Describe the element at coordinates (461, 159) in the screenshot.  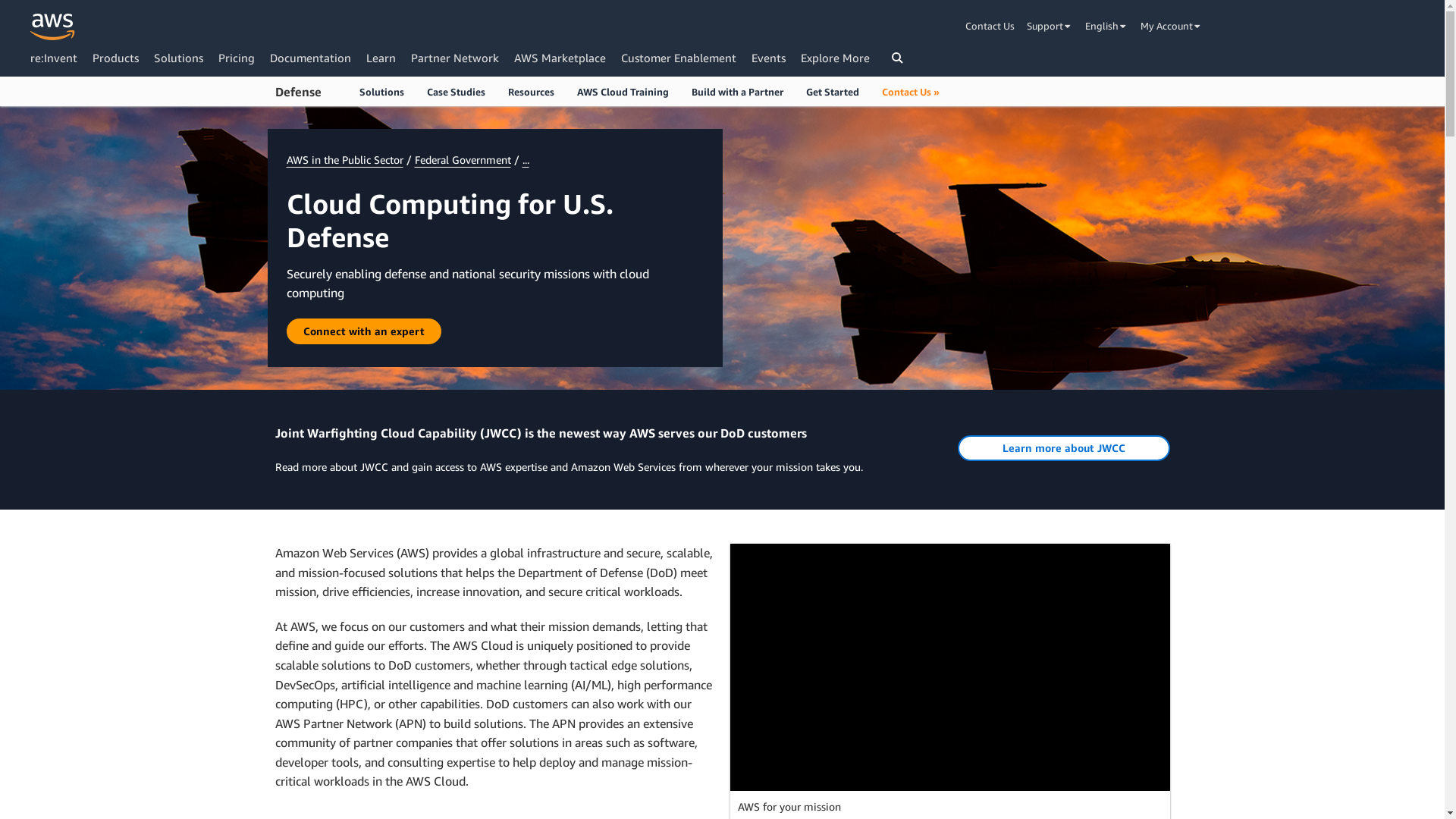
I see `'Federal Government'` at that location.